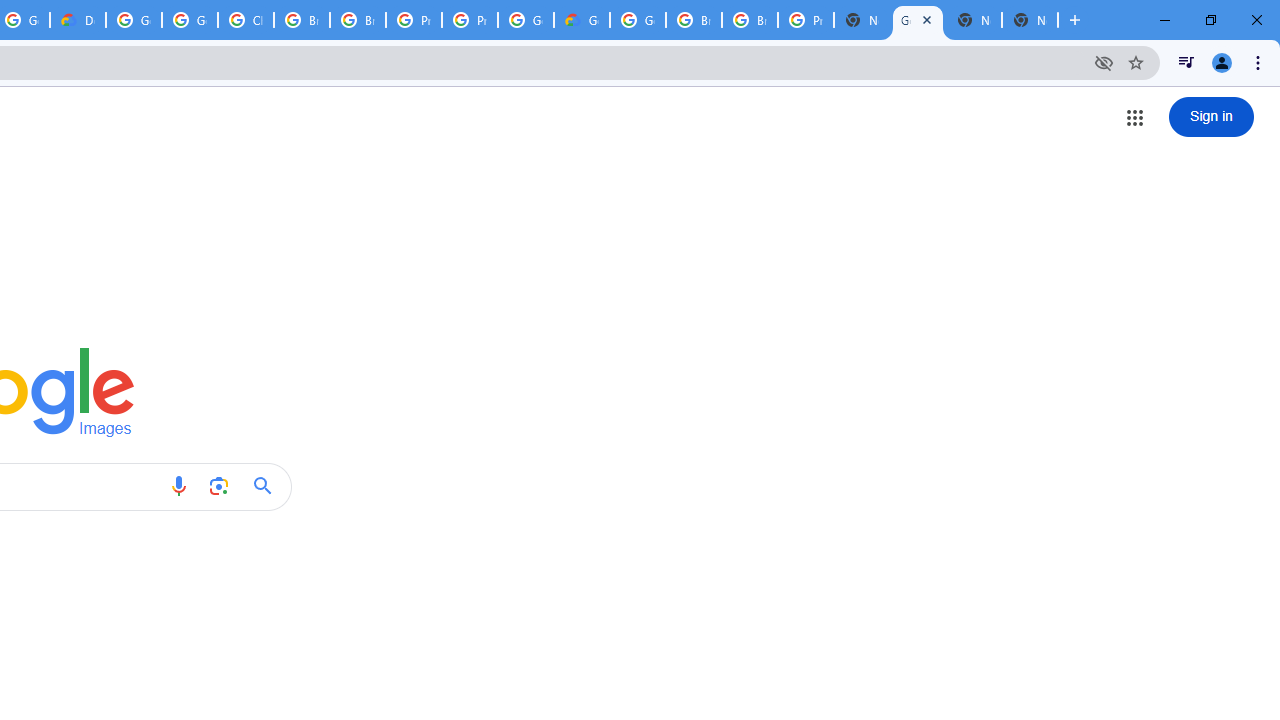 This screenshot has width=1280, height=720. I want to click on 'Google Cloud Estimate Summary', so click(581, 20).